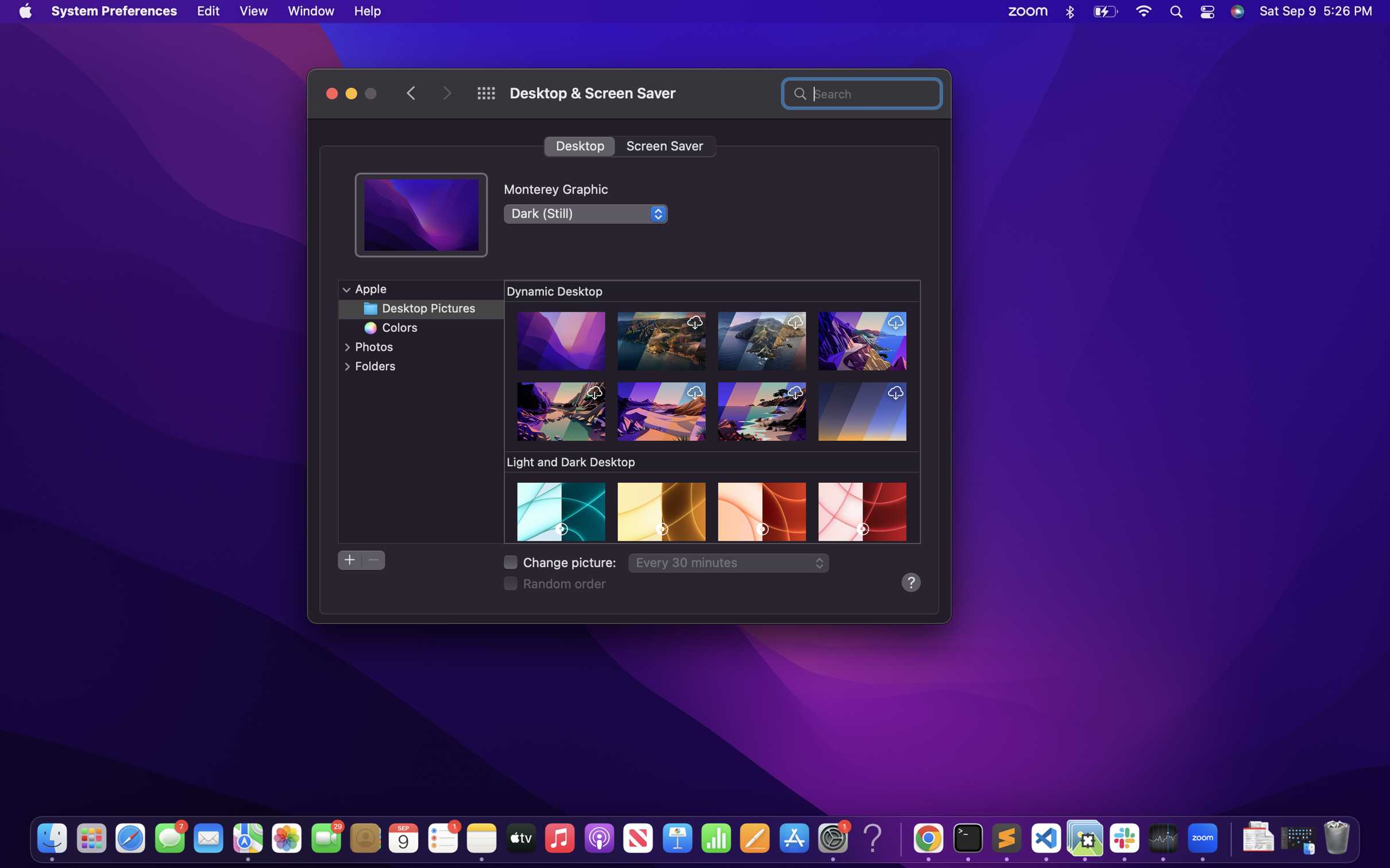  What do you see at coordinates (910, 582) in the screenshot?
I see `opening the instruction guide` at bounding box center [910, 582].